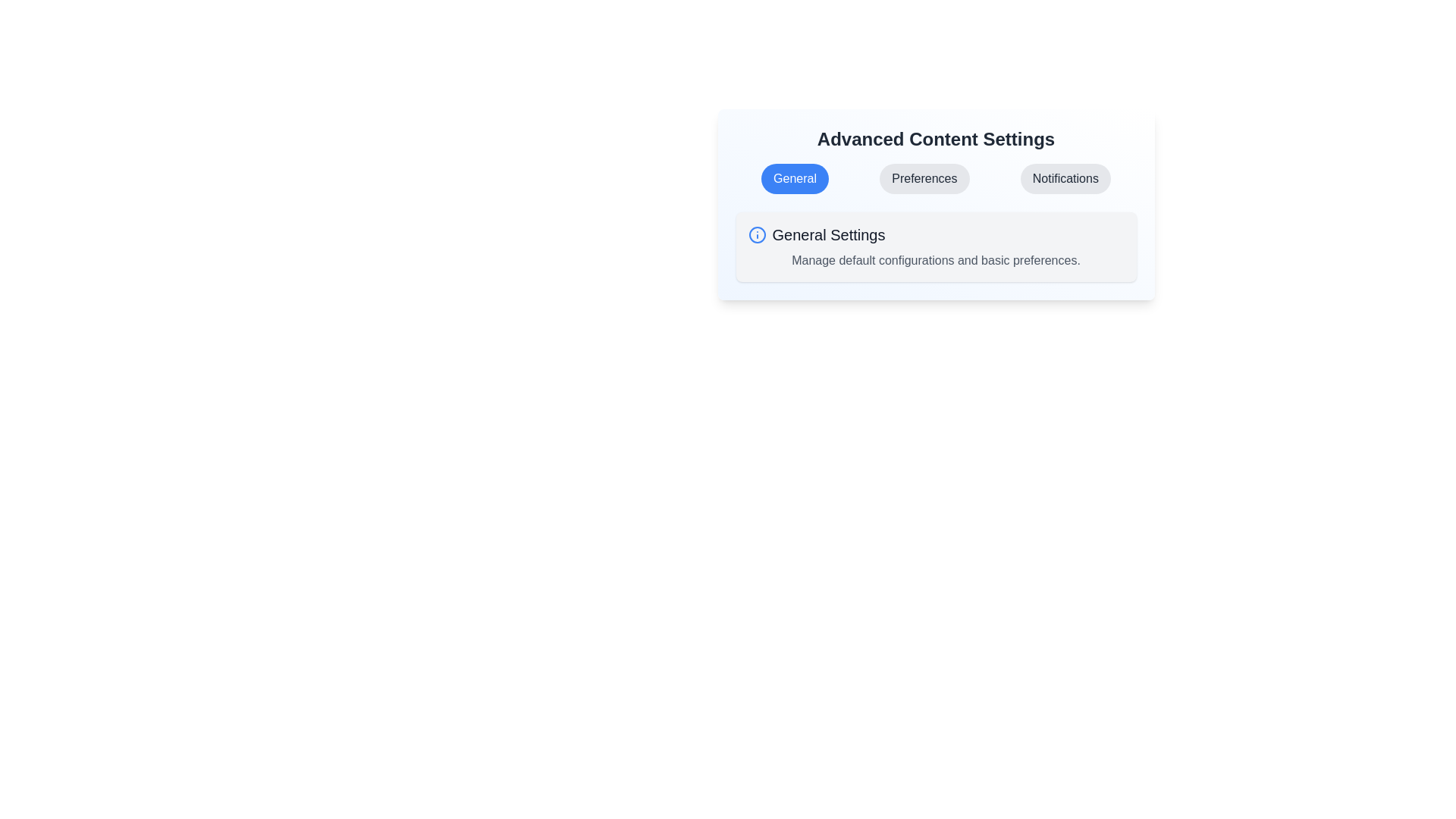 The width and height of the screenshot is (1456, 819). I want to click on the 'Preferences' button, which is styled with a gray background and rounded edges, so click(924, 177).